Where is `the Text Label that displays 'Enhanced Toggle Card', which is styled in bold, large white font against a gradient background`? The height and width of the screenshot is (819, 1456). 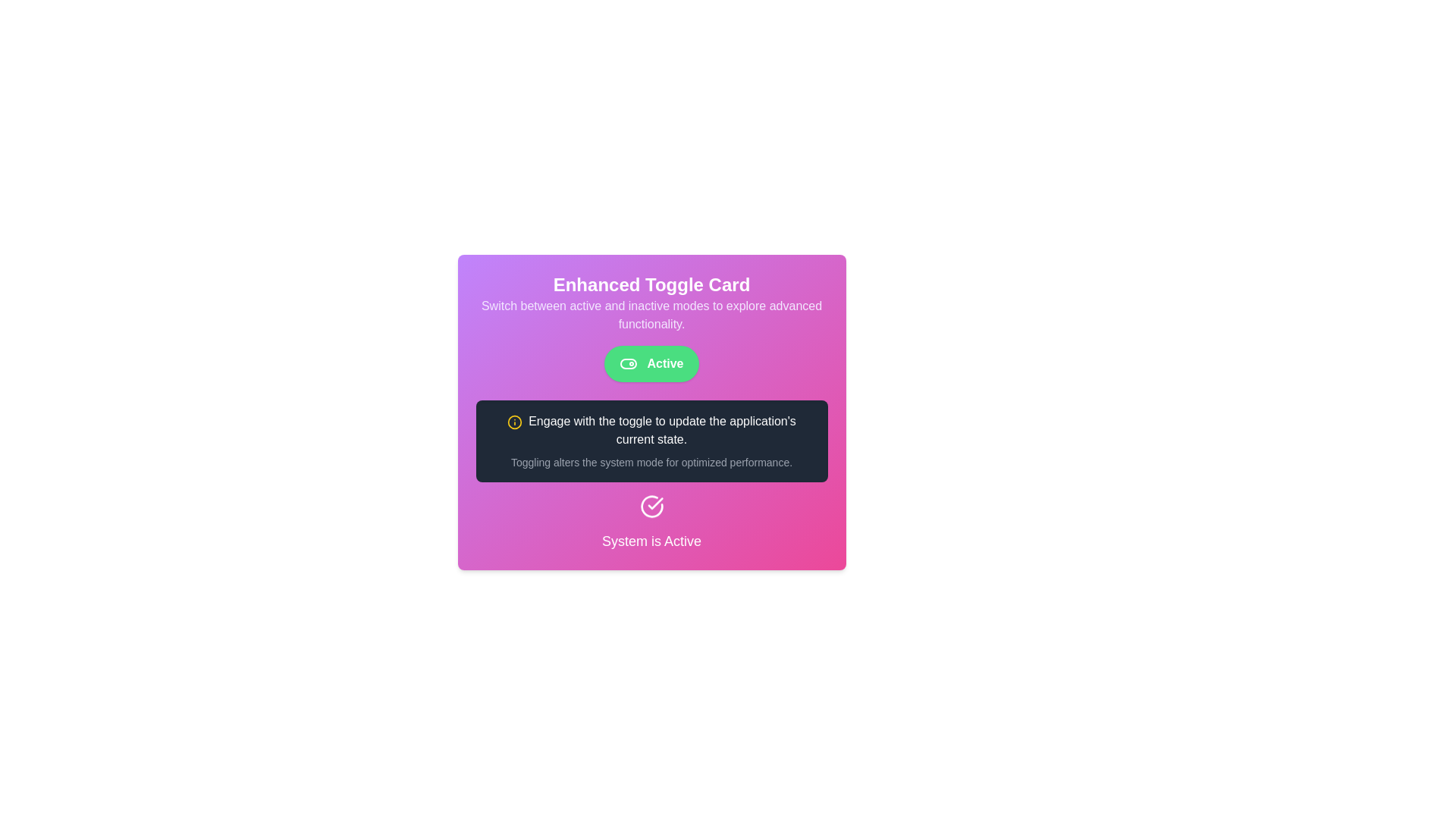
the Text Label that displays 'Enhanced Toggle Card', which is styled in bold, large white font against a gradient background is located at coordinates (651, 284).